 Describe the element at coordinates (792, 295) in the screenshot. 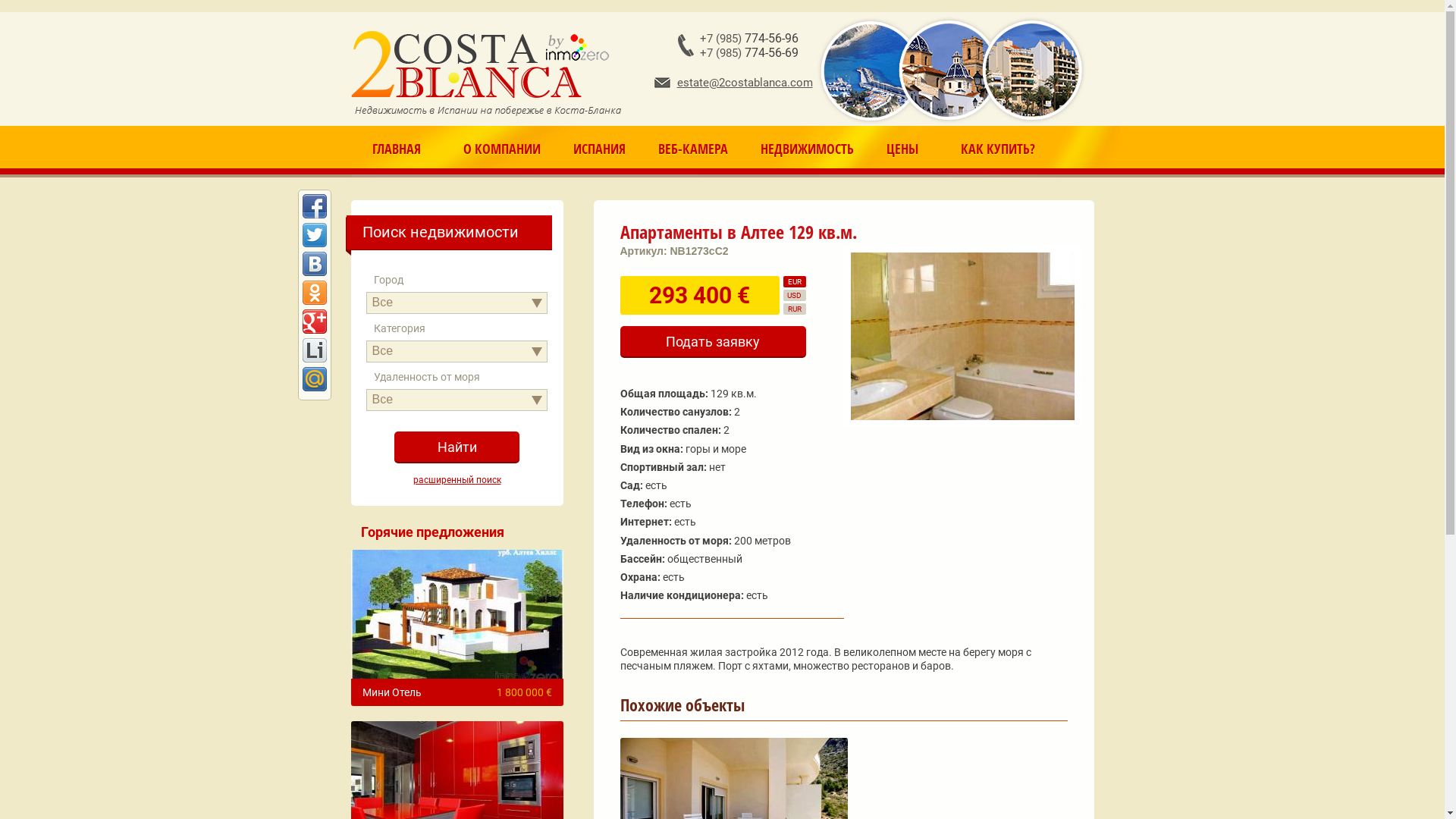

I see `'USD'` at that location.